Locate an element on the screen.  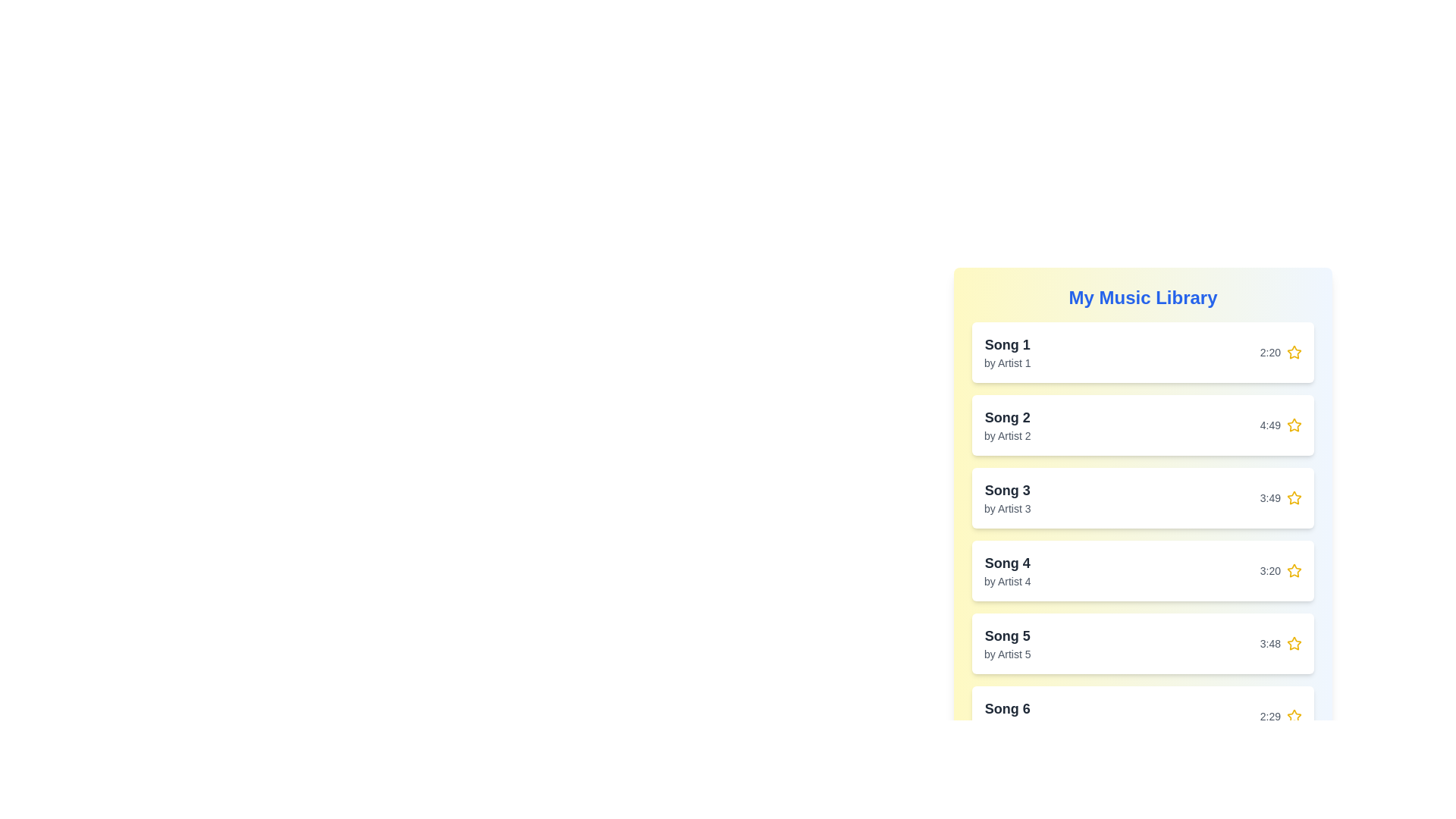
the text label displaying 'Song 4' by 'Artist 4' is located at coordinates (1007, 570).